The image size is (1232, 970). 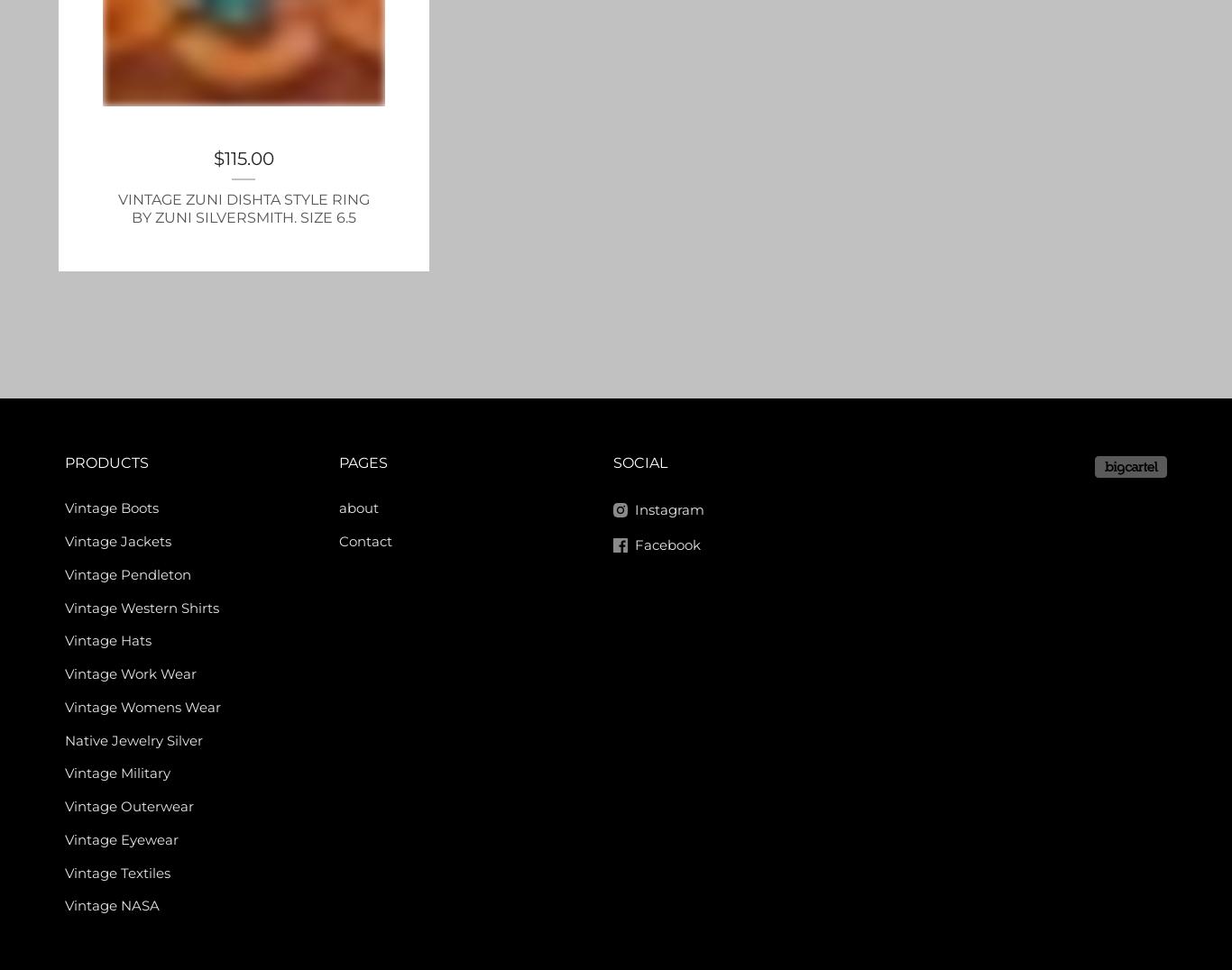 What do you see at coordinates (116, 541) in the screenshot?
I see `'Vintage Jackets'` at bounding box center [116, 541].